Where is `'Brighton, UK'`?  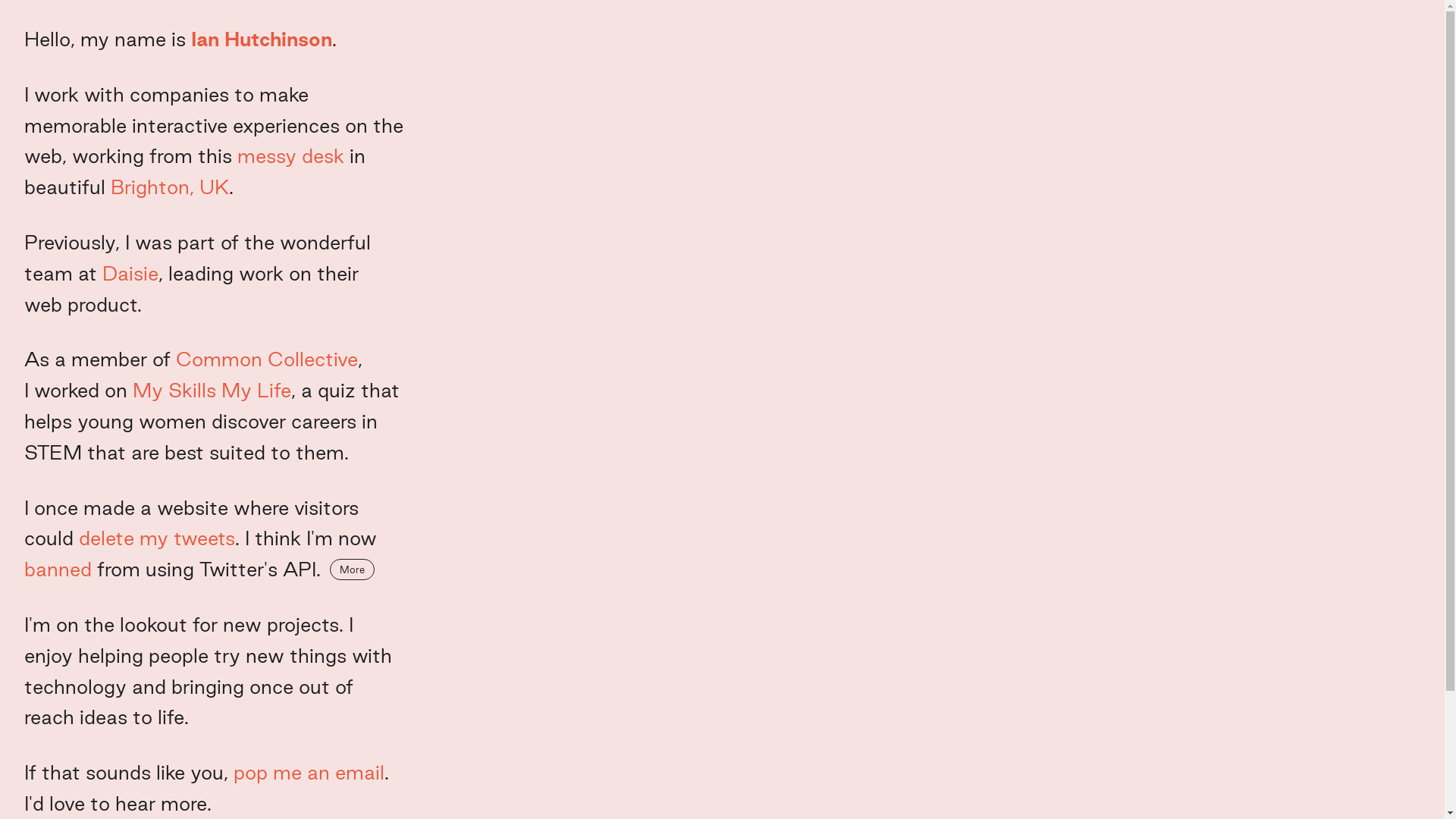 'Brighton, UK' is located at coordinates (109, 186).